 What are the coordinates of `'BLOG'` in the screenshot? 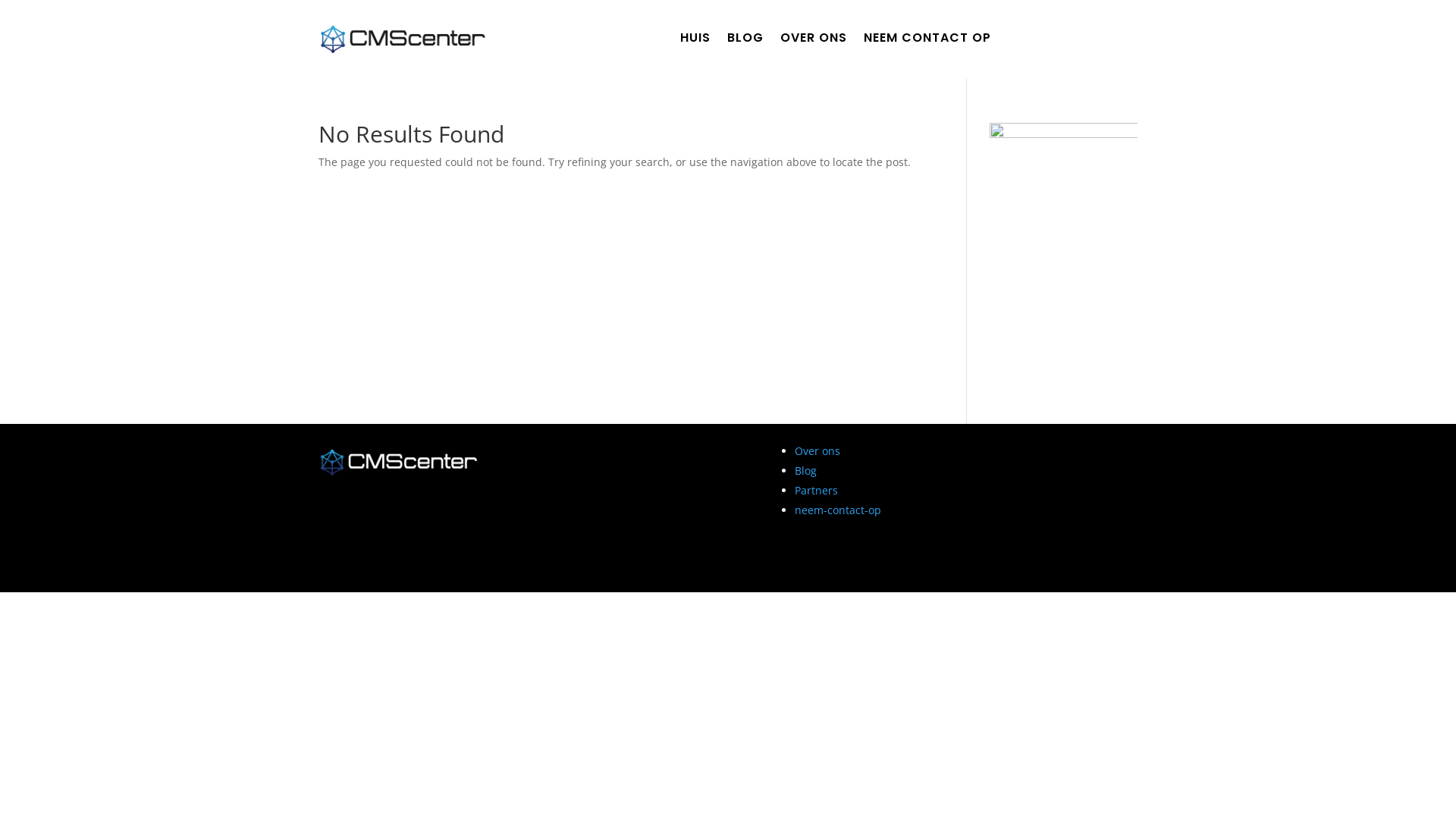 It's located at (726, 40).